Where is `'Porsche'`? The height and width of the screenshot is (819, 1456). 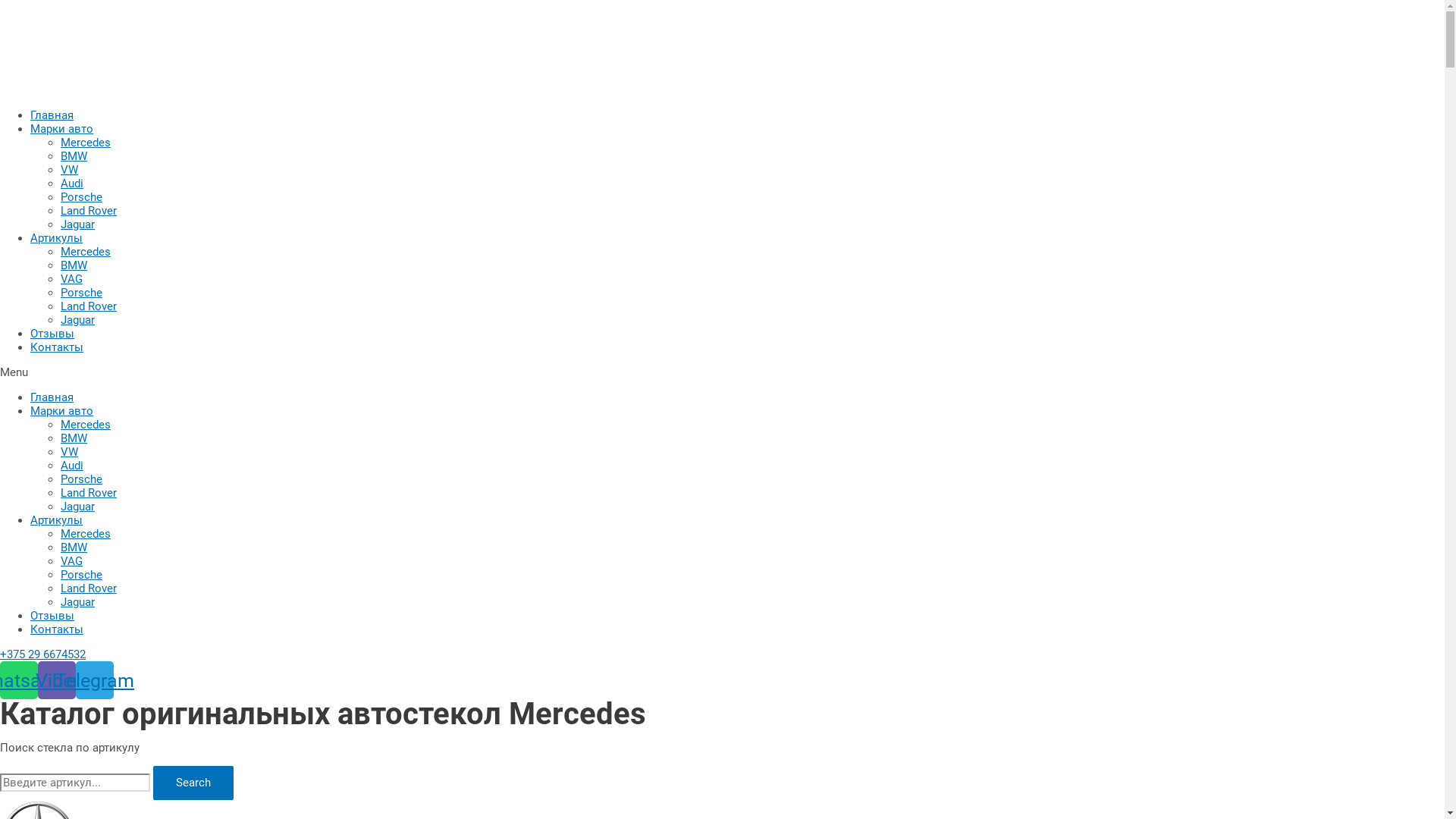
'Porsche' is located at coordinates (80, 292).